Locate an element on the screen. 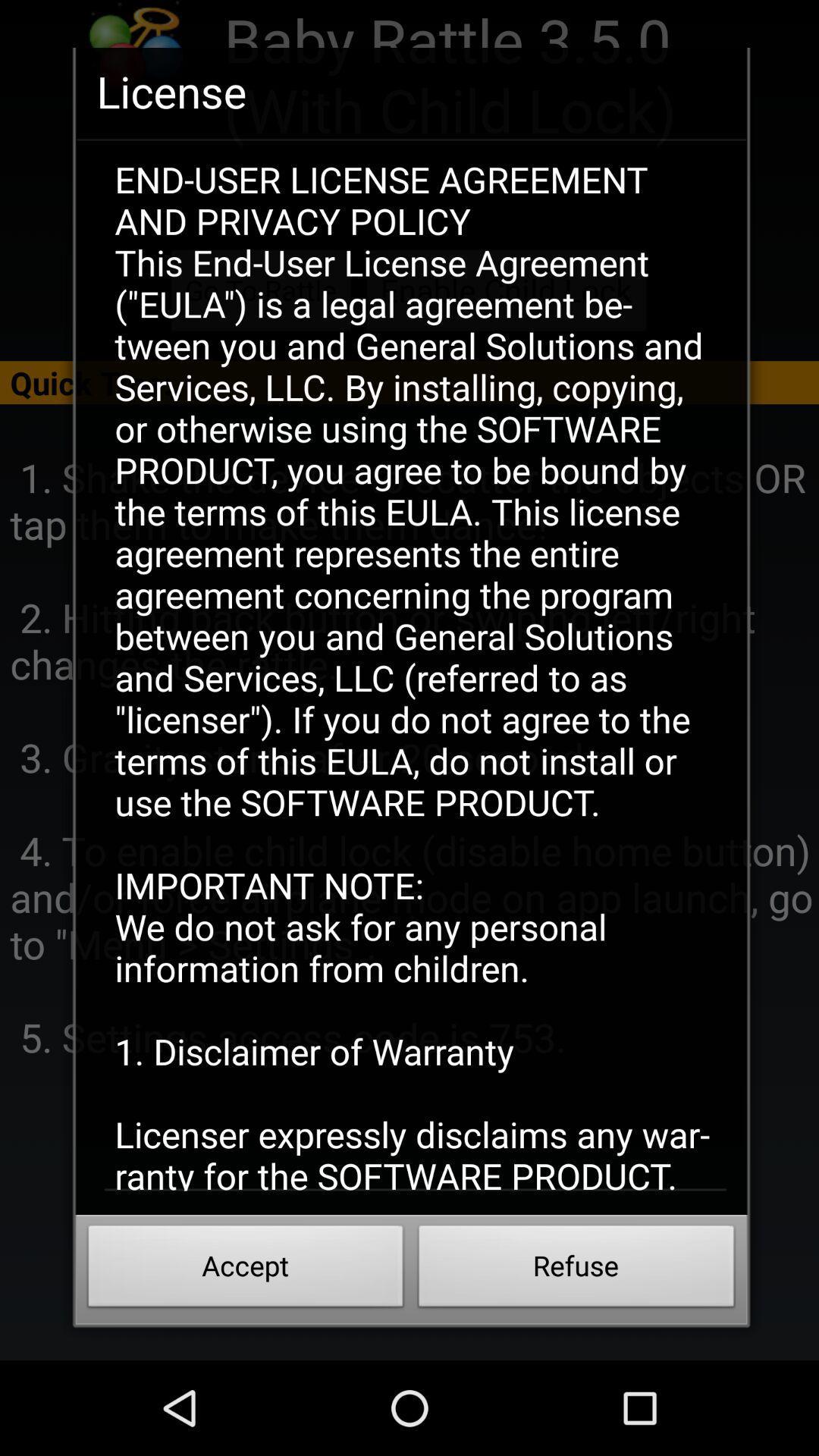  refuse at the bottom right corner is located at coordinates (576, 1270).